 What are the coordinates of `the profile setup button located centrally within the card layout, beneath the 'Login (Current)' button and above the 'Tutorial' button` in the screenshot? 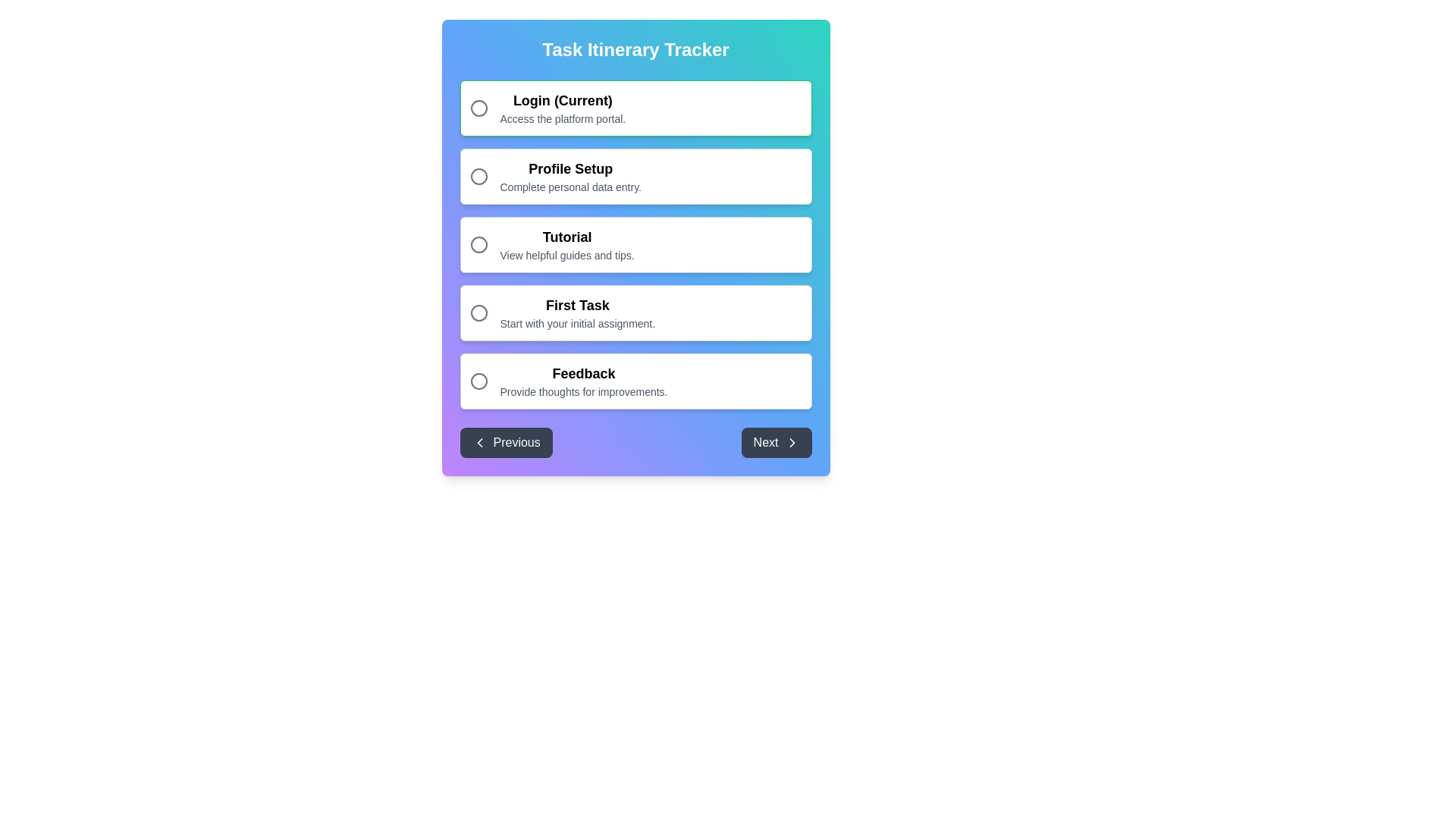 It's located at (635, 175).